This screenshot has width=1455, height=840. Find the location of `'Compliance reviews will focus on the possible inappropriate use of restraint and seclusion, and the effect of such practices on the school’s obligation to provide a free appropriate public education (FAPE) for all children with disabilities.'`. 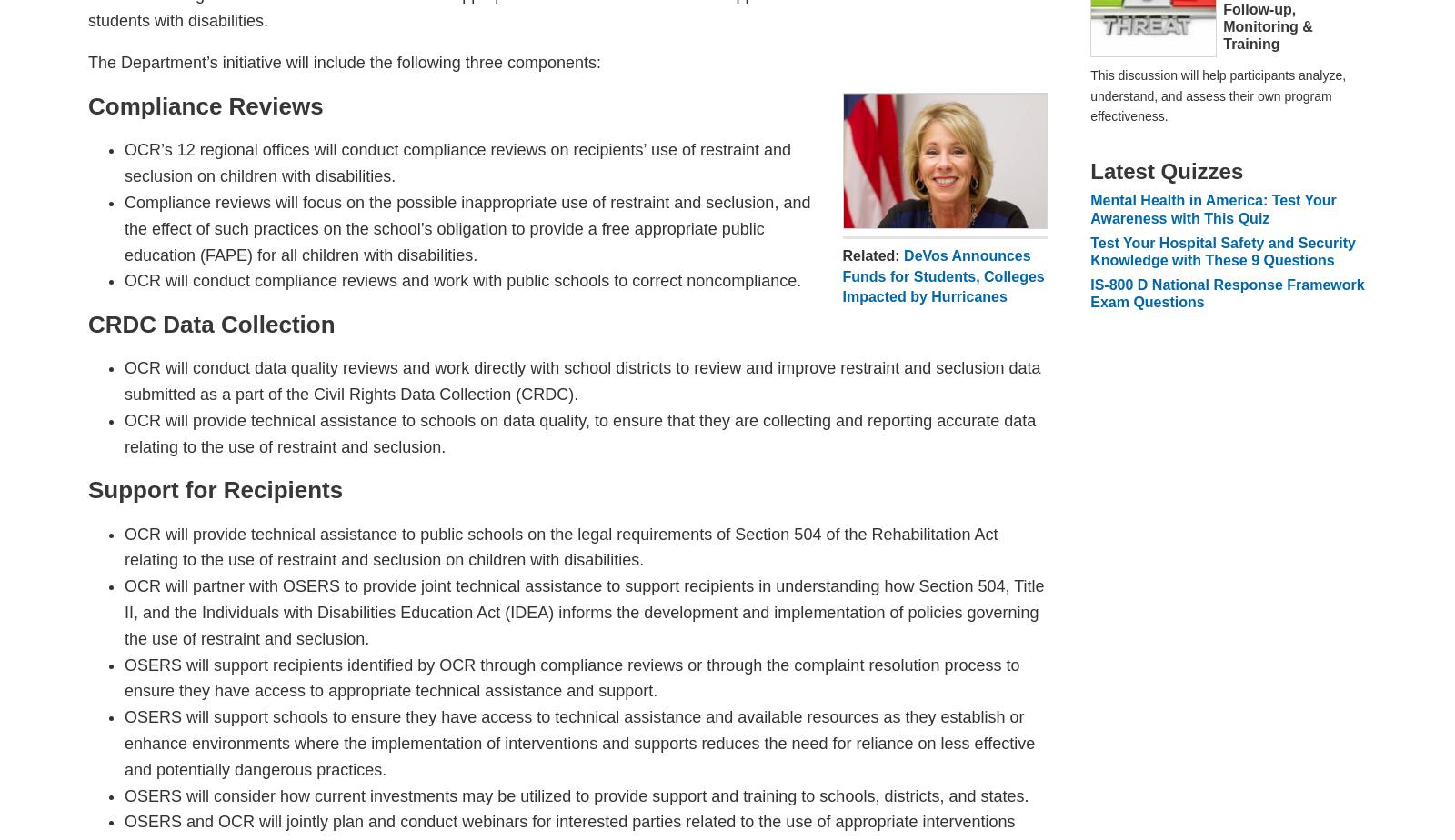

'Compliance reviews will focus on the possible inappropriate use of restraint and seclusion, and the effect of such practices on the school’s obligation to provide a free appropriate public education (FAPE) for all children with disabilities.' is located at coordinates (467, 227).